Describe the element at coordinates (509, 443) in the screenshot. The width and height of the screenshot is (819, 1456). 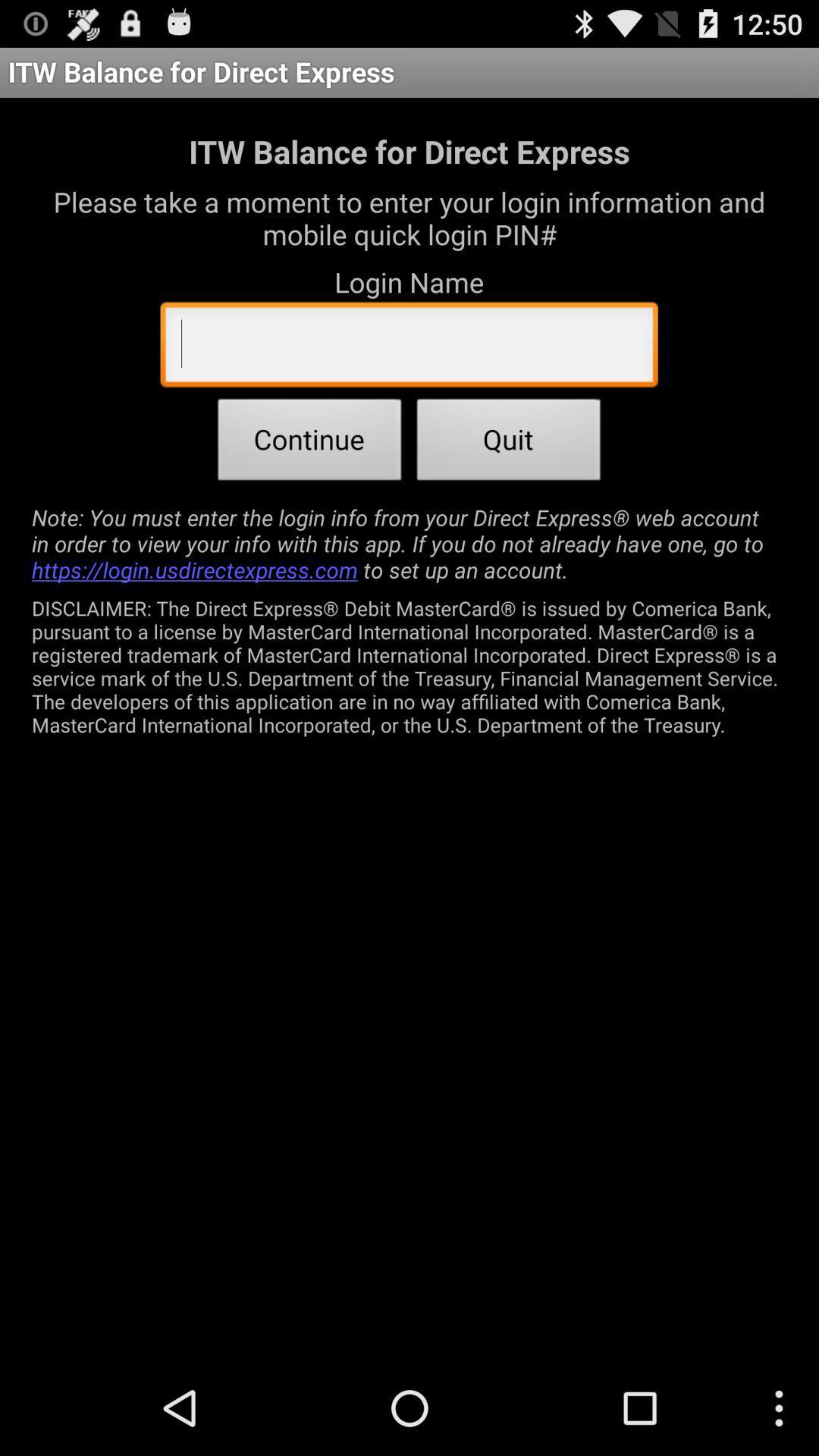
I see `app above note you must item` at that location.